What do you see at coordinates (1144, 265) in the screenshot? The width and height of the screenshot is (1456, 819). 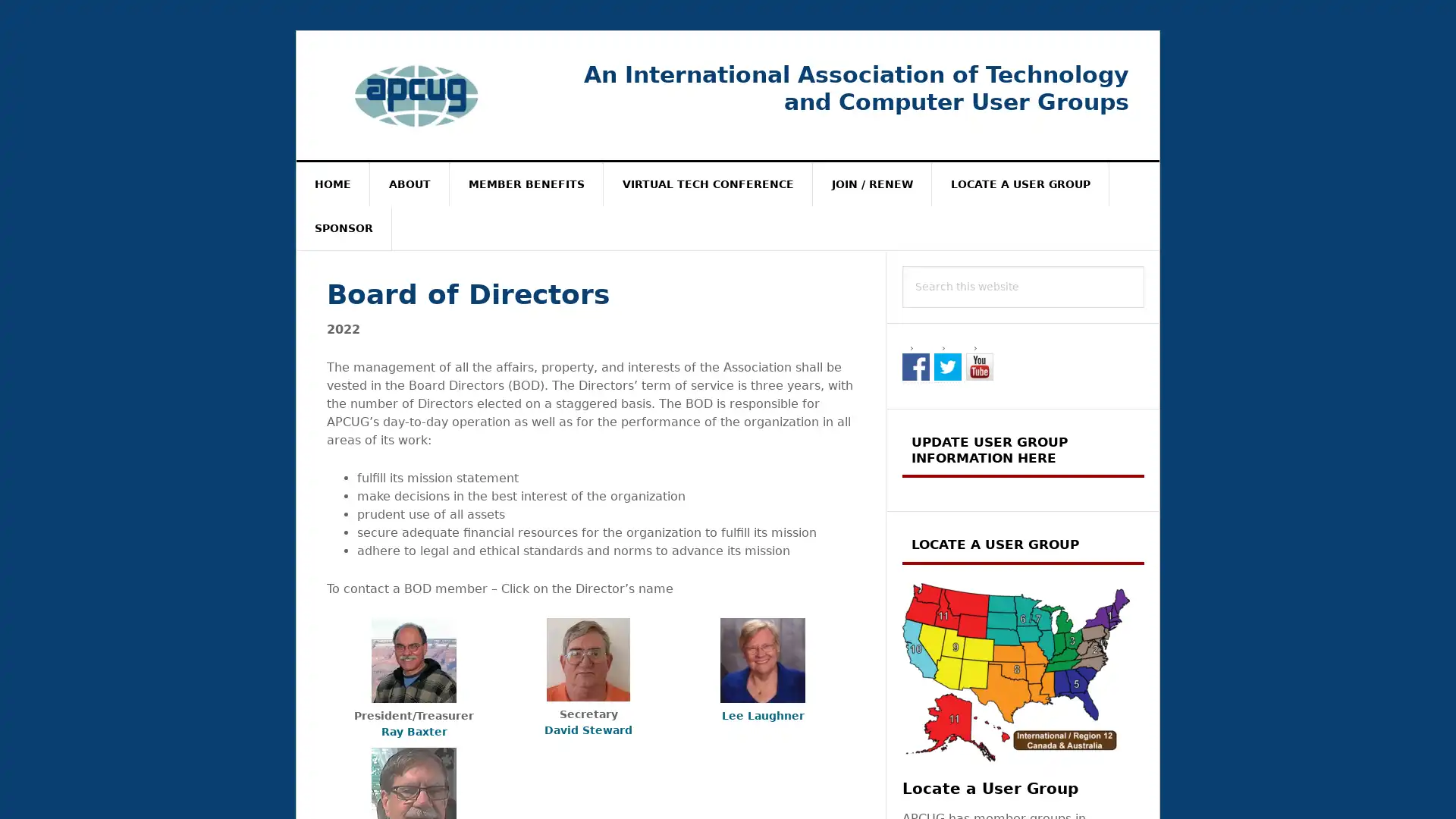 I see `Search` at bounding box center [1144, 265].